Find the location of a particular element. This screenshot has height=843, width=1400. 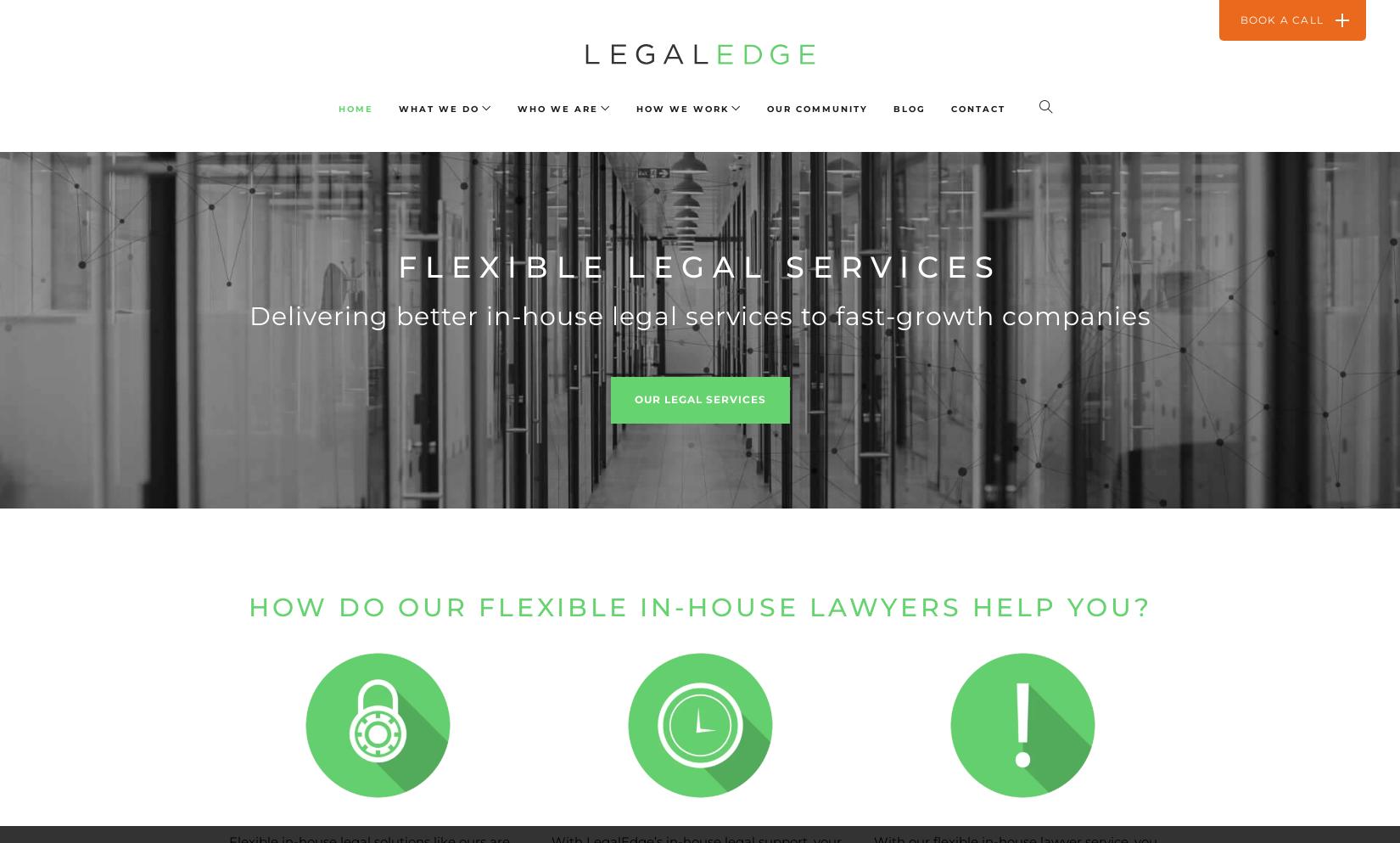

'What do our clients think?' is located at coordinates (700, 798).